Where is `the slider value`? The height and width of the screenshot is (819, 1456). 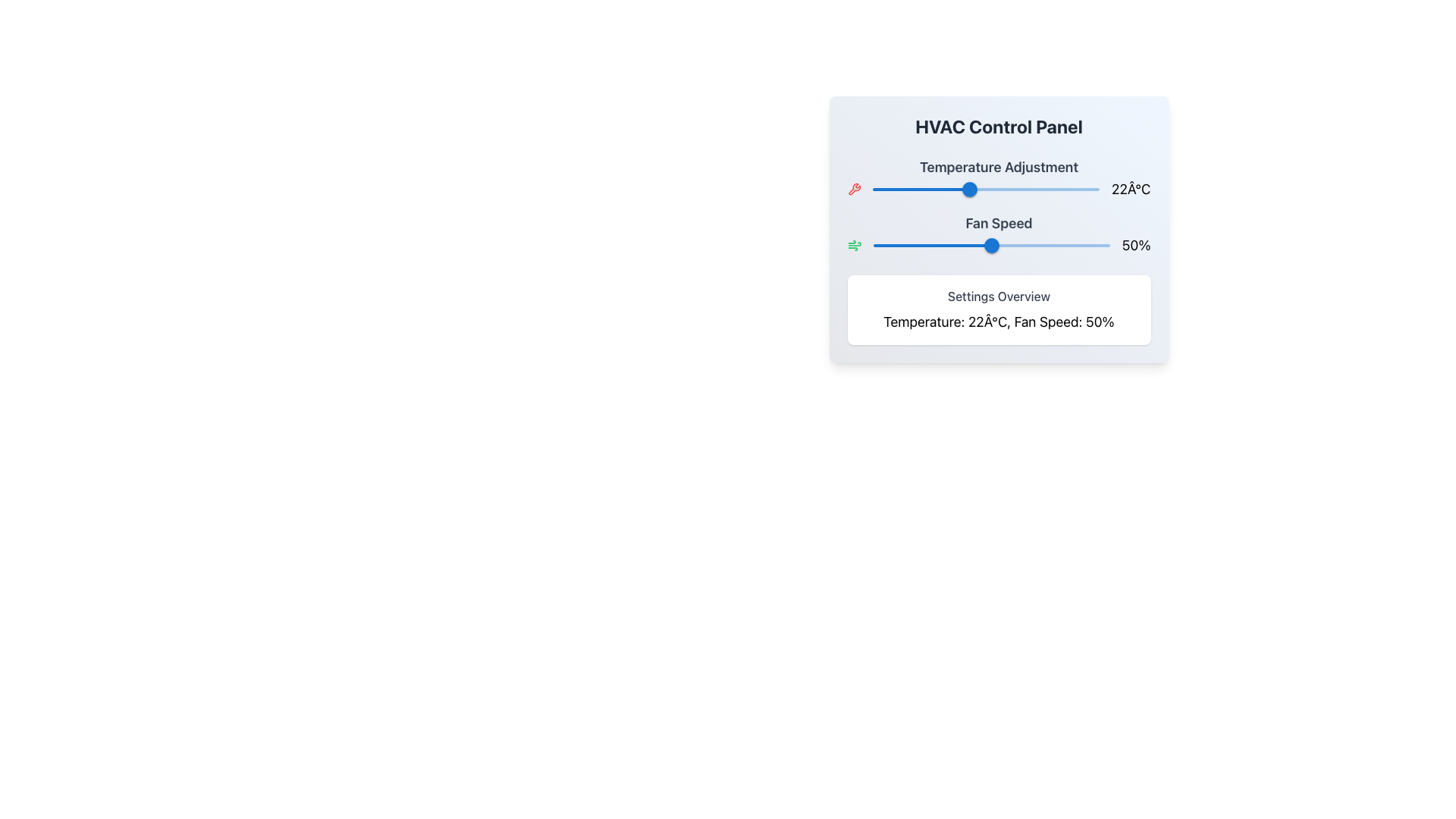
the slider value is located at coordinates (880, 245).